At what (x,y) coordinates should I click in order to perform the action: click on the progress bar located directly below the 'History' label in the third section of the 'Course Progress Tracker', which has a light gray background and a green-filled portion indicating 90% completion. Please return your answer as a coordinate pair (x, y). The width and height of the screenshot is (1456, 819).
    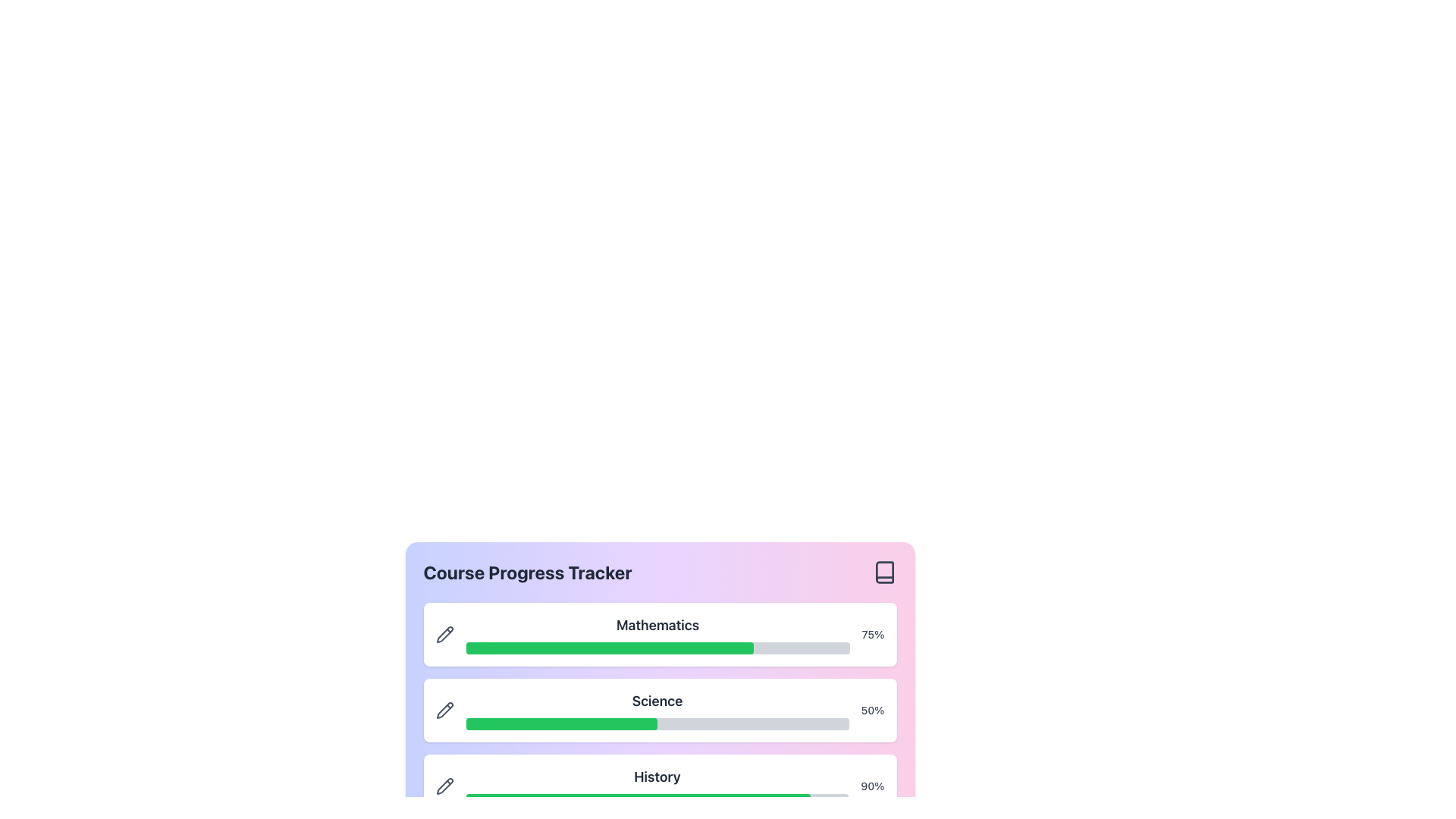
    Looking at the image, I should click on (657, 799).